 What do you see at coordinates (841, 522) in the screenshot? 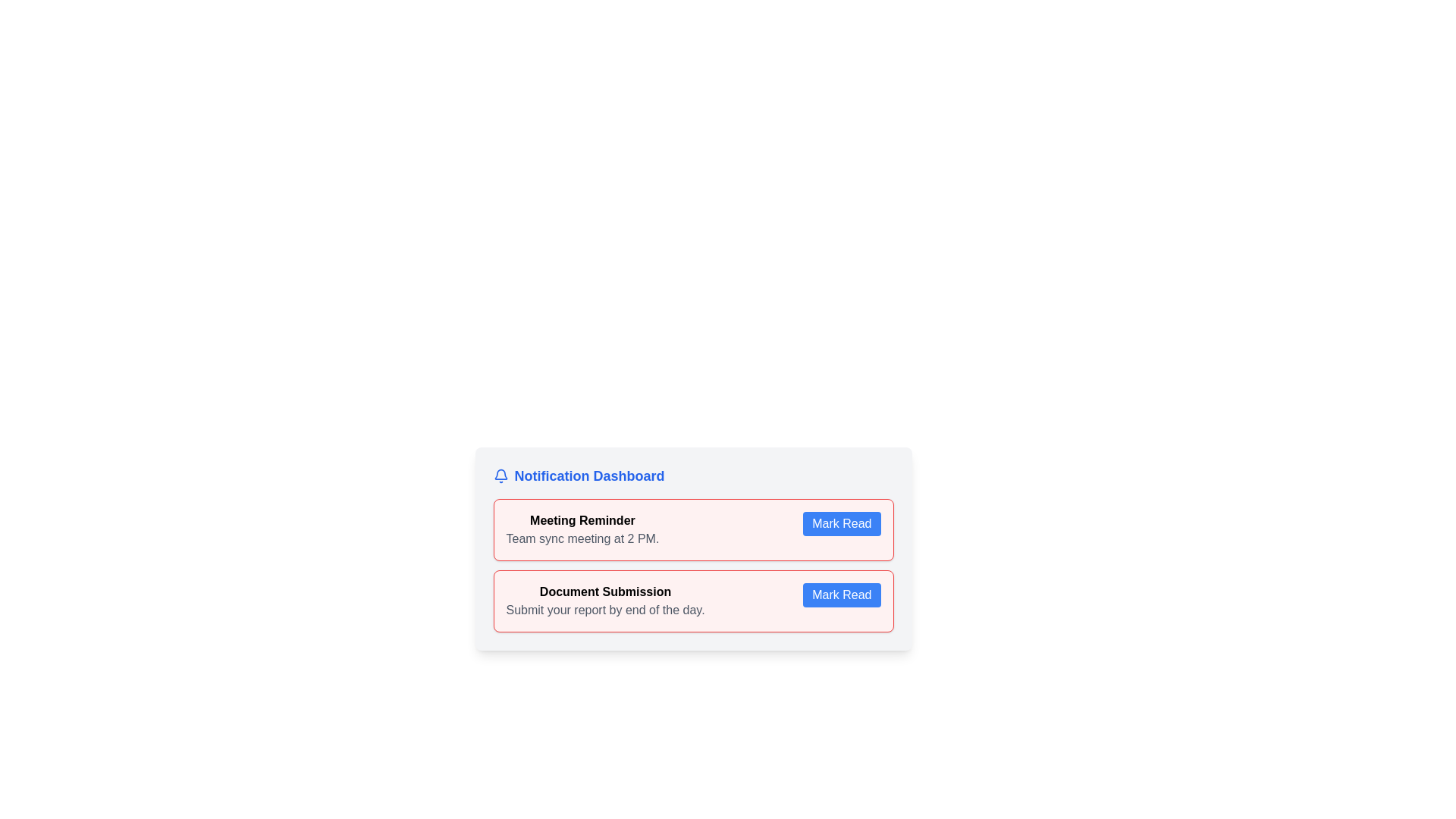
I see `the 'Mark Read' button with a blue background and white text, located within the notification card for the meeting reminder` at bounding box center [841, 522].